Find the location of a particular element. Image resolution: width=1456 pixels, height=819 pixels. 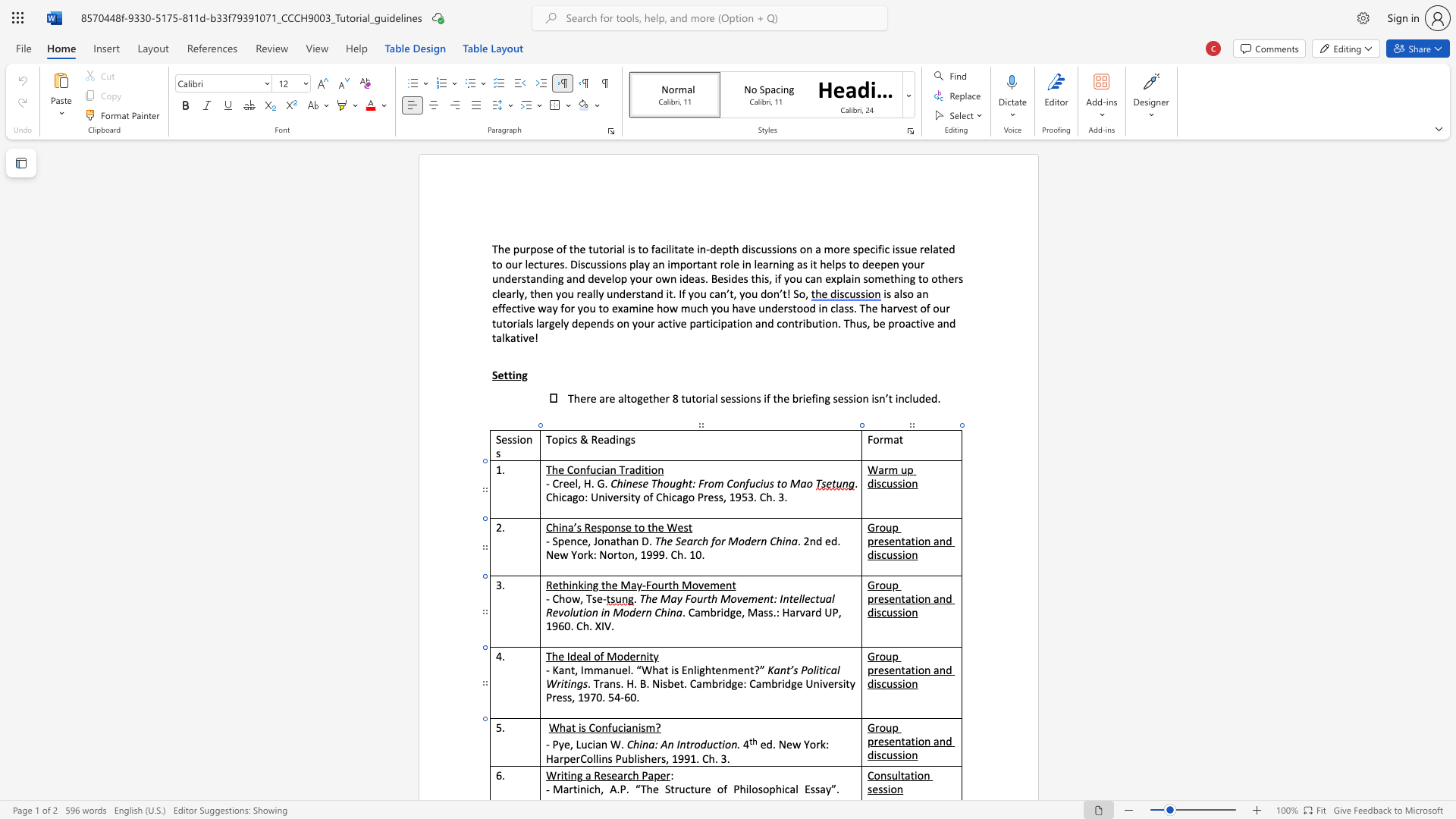

the 2th character "d" in the text is located at coordinates (871, 683).